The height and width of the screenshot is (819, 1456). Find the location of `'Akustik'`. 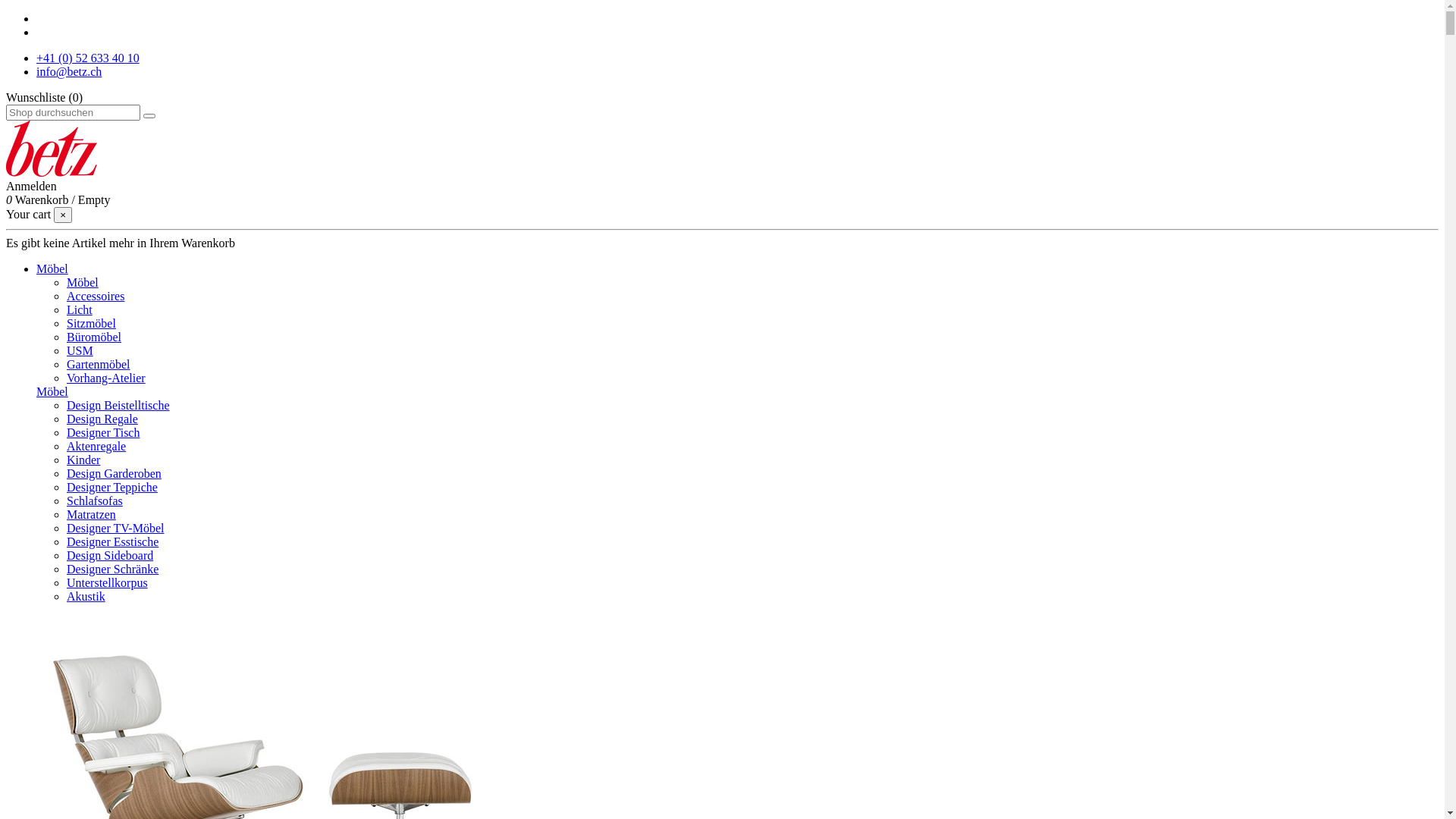

'Akustik' is located at coordinates (85, 595).